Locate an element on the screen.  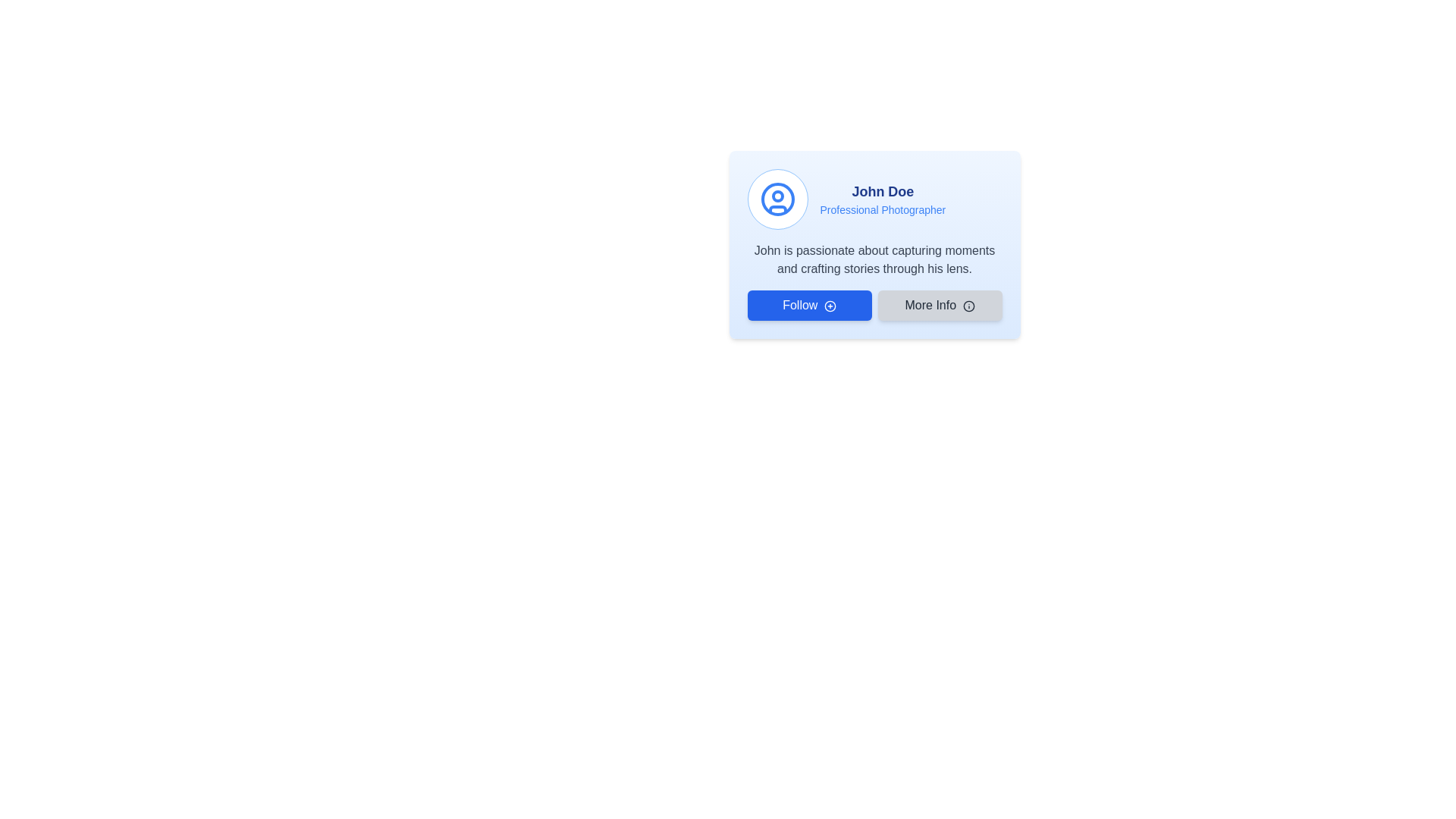
the Text Label that serves as a professional designation for 'John Doe', located directly under the name and spanning horizontally is located at coordinates (883, 210).